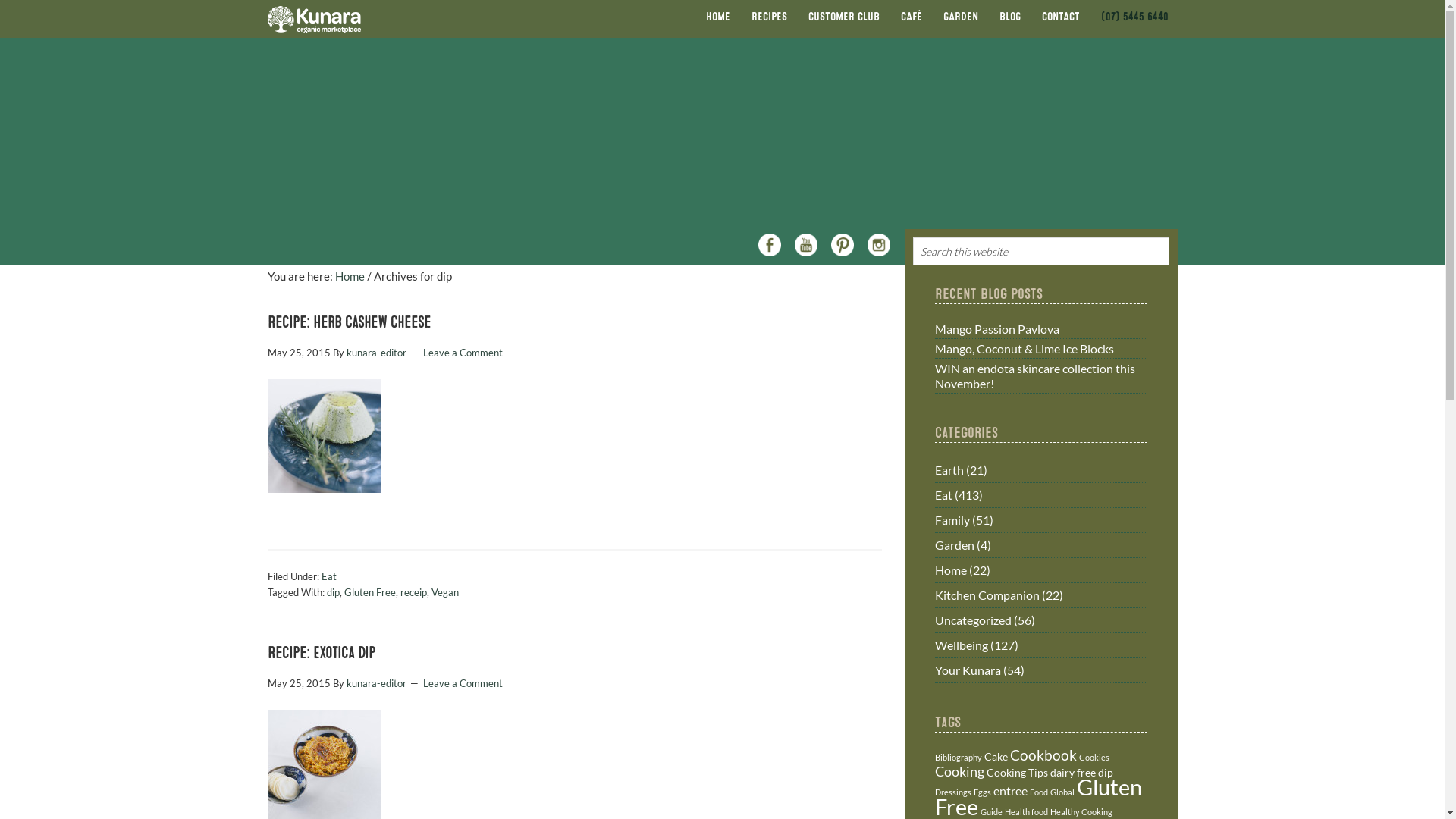  What do you see at coordinates (1174, 242) in the screenshot?
I see `'Search'` at bounding box center [1174, 242].